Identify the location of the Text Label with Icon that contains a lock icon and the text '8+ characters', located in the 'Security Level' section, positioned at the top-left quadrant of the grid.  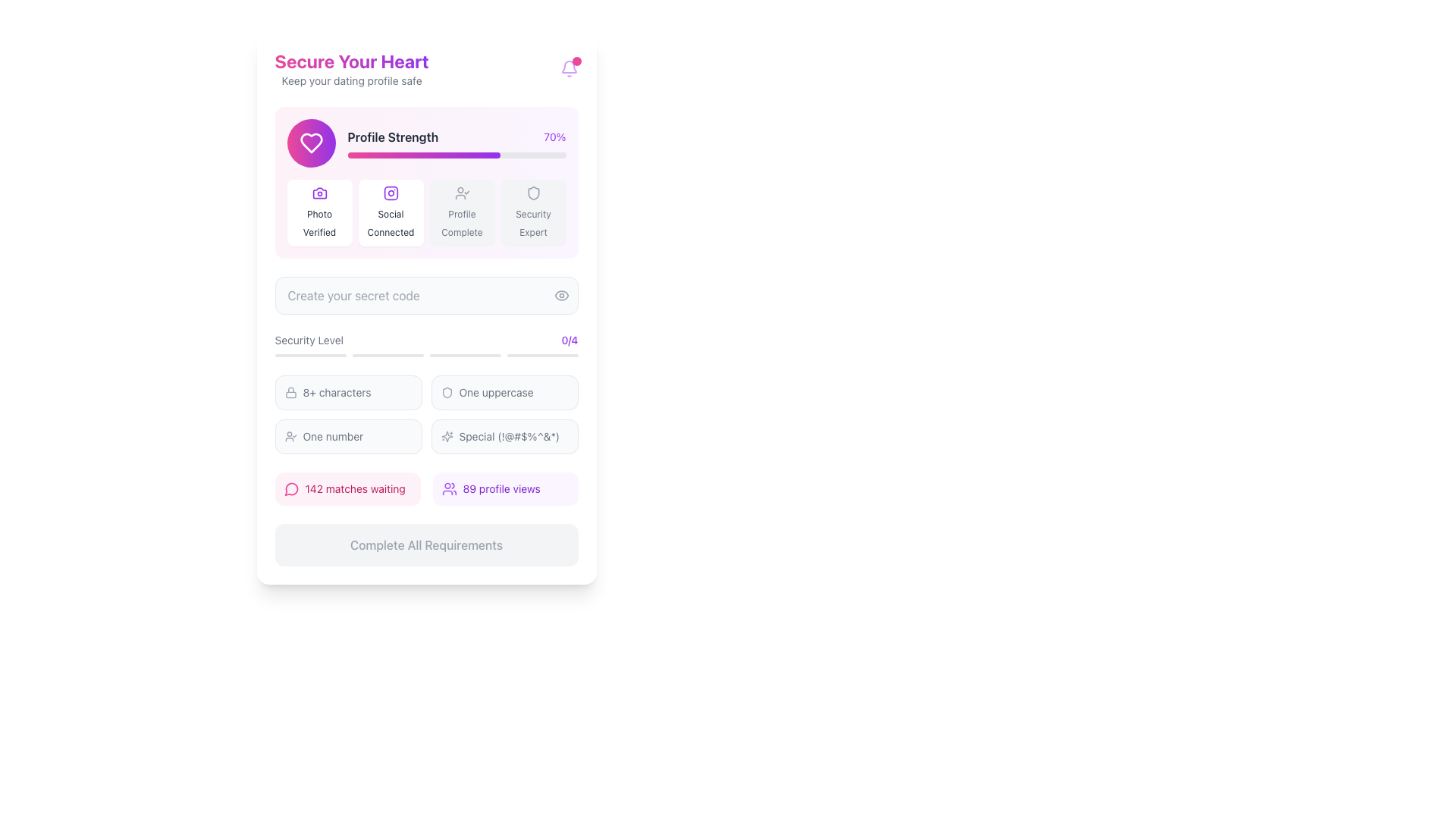
(347, 391).